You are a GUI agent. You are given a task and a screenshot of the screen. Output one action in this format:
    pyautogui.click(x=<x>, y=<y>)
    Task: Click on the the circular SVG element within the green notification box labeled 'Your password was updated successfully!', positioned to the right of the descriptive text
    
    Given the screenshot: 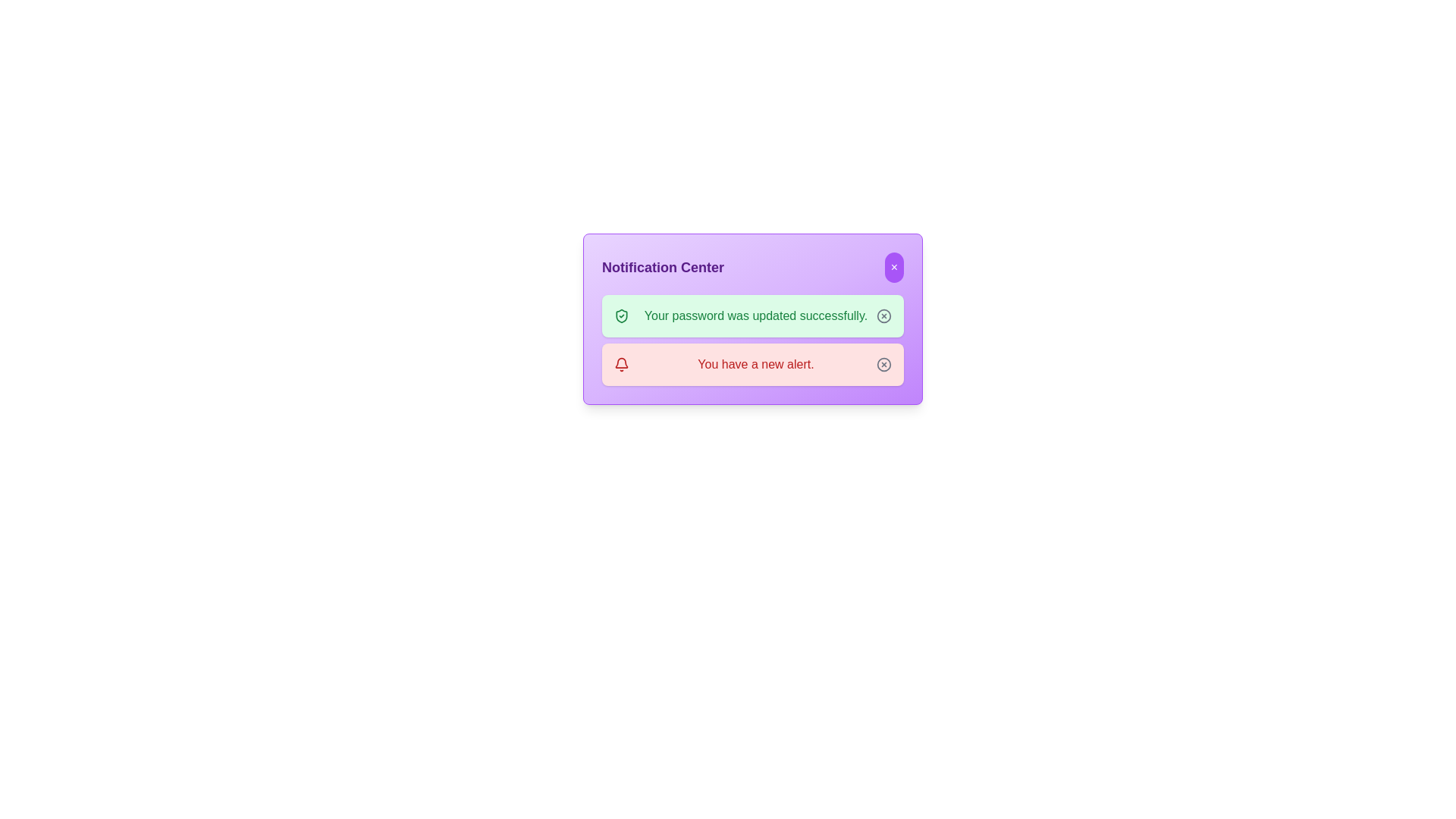 What is the action you would take?
    pyautogui.click(x=884, y=315)
    